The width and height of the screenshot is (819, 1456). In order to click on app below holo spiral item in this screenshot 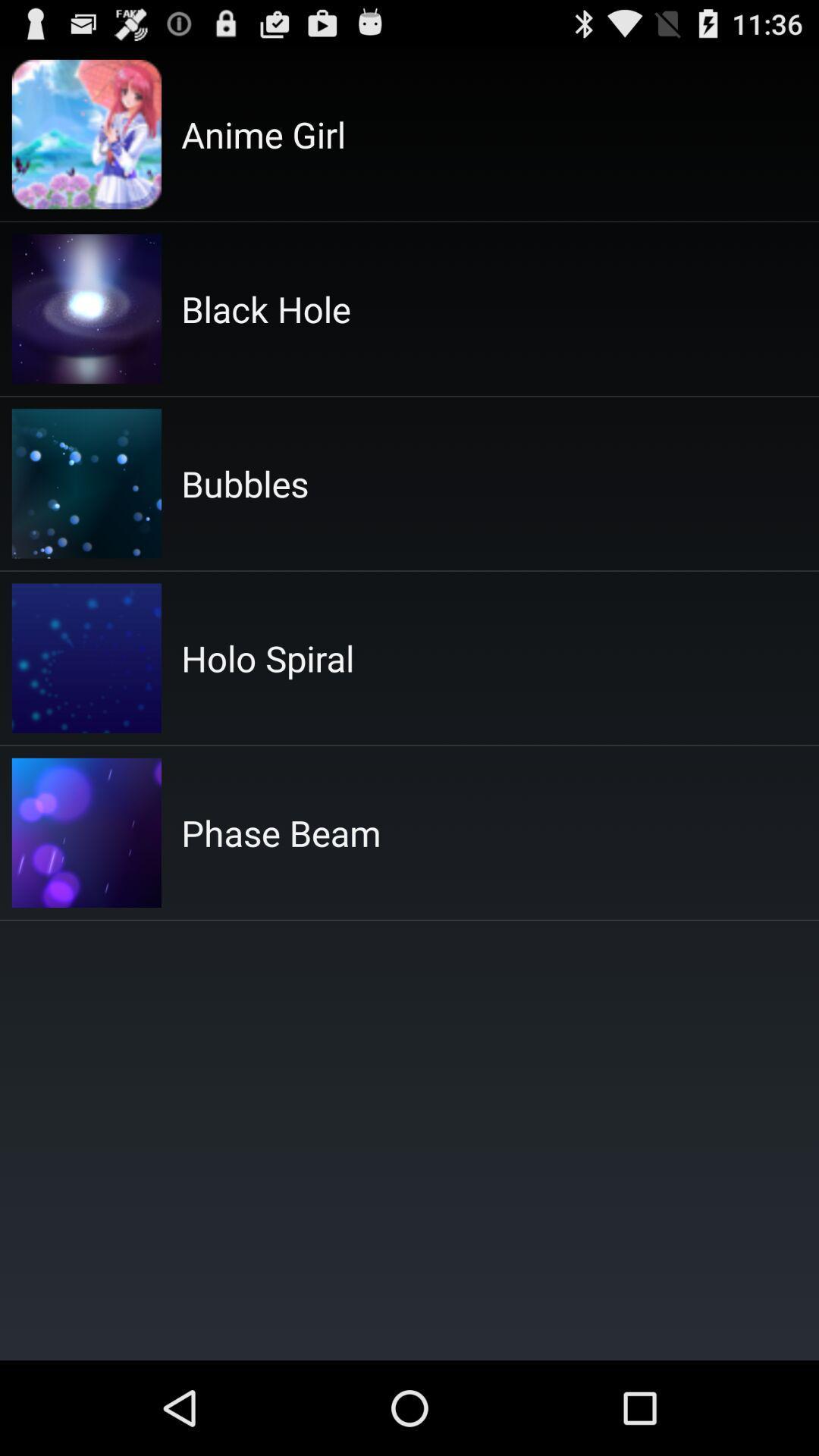, I will do `click(281, 832)`.